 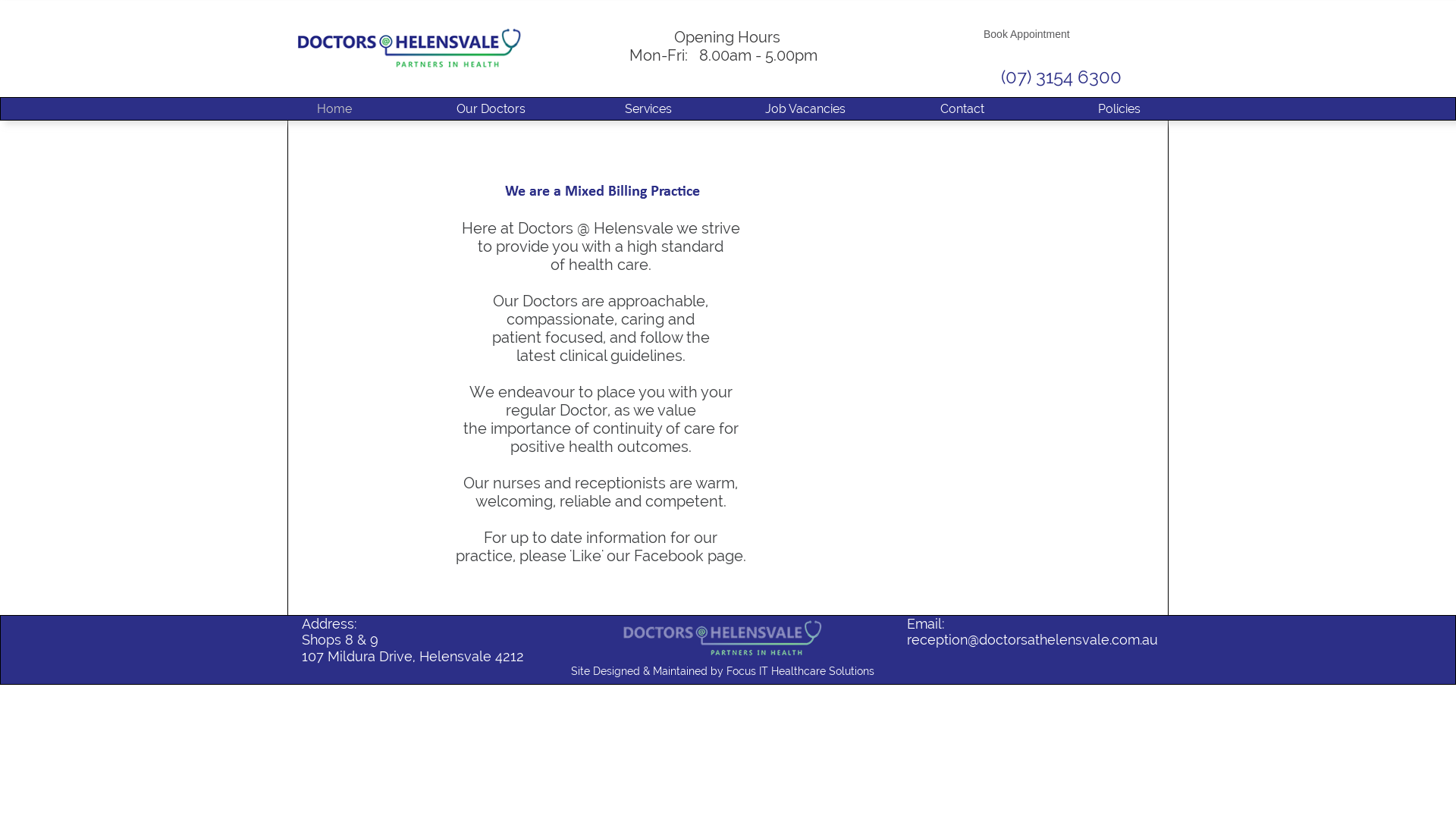 What do you see at coordinates (961, 108) in the screenshot?
I see `'Contact'` at bounding box center [961, 108].